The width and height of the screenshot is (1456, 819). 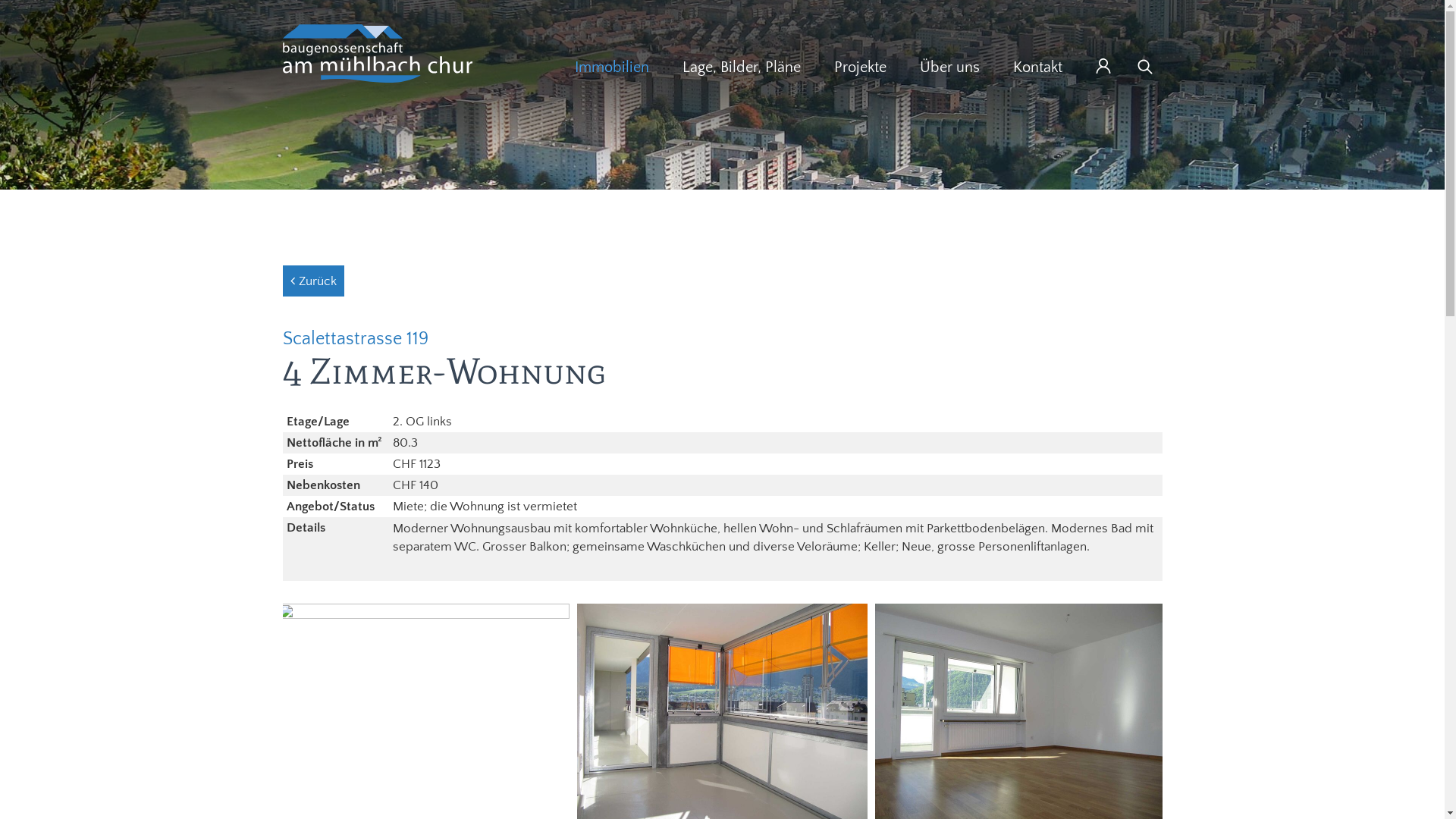 I want to click on 'Immobilien', so click(x=611, y=66).